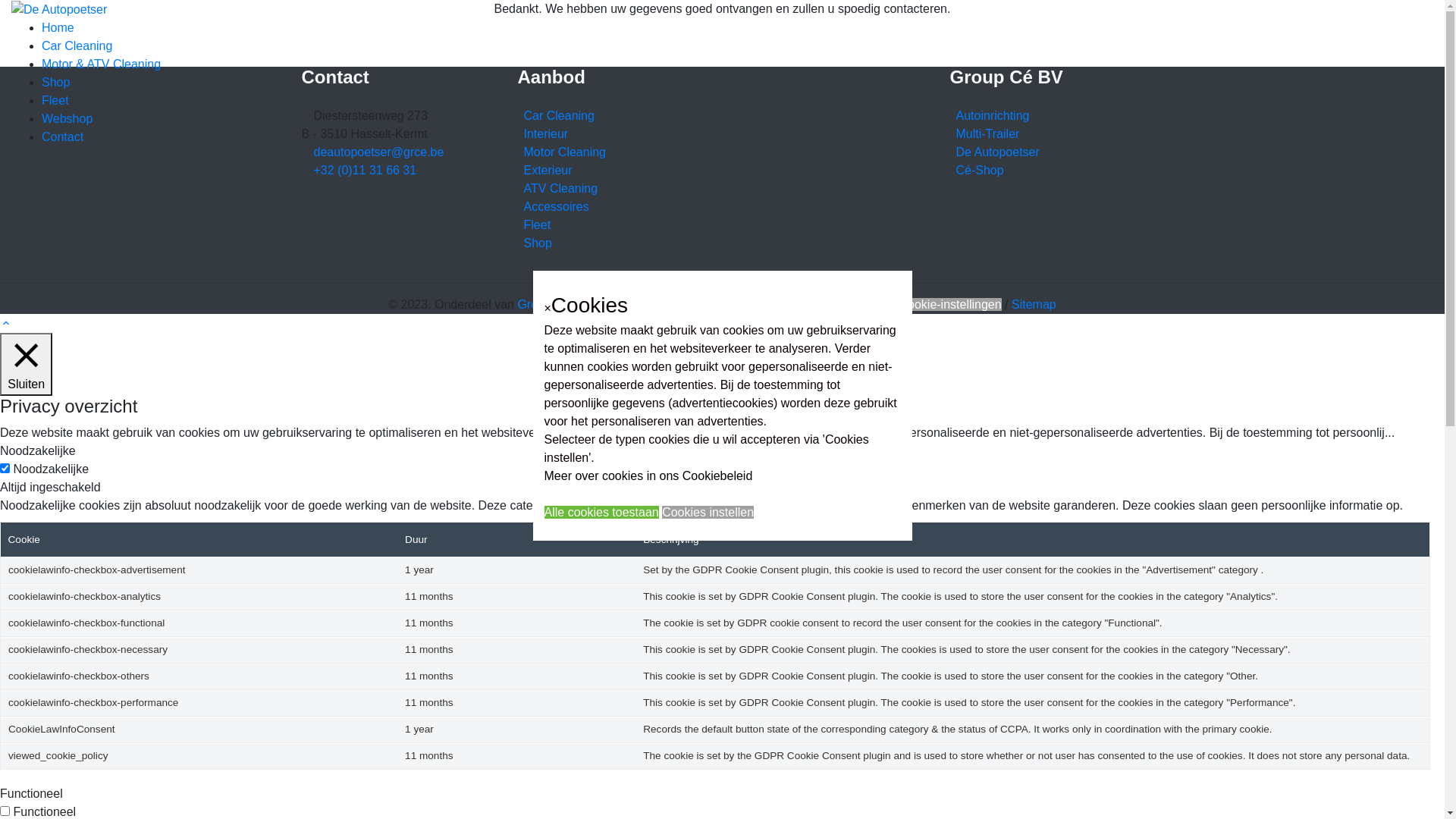 The height and width of the screenshot is (819, 1456). What do you see at coordinates (365, 170) in the screenshot?
I see `'+32 (0)11 31 66 31'` at bounding box center [365, 170].